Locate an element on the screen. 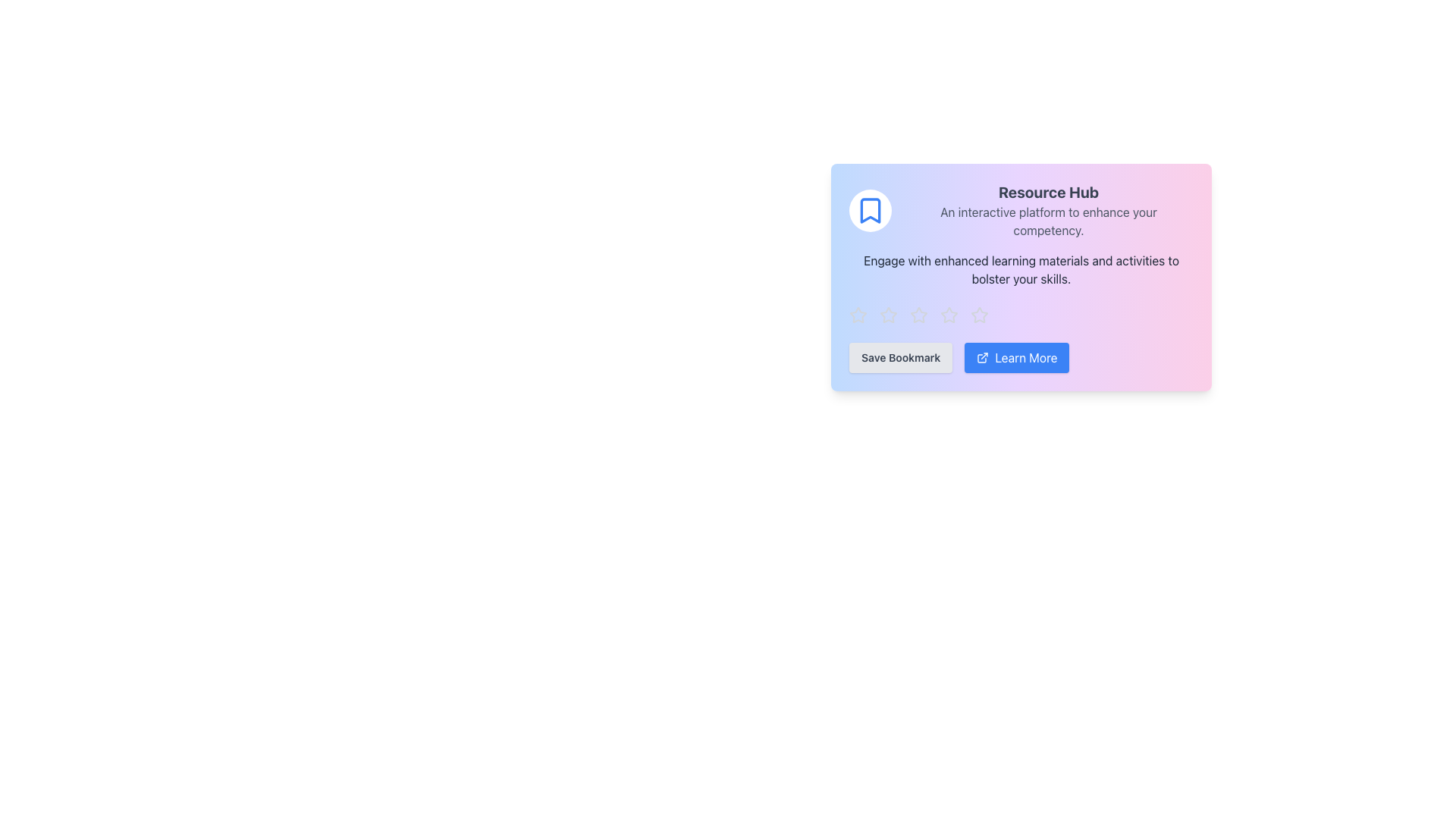 The image size is (1456, 819). the button located on the right side of the two horizontally aligned buttons beneath the 'Resource Hub' section is located at coordinates (1017, 357).